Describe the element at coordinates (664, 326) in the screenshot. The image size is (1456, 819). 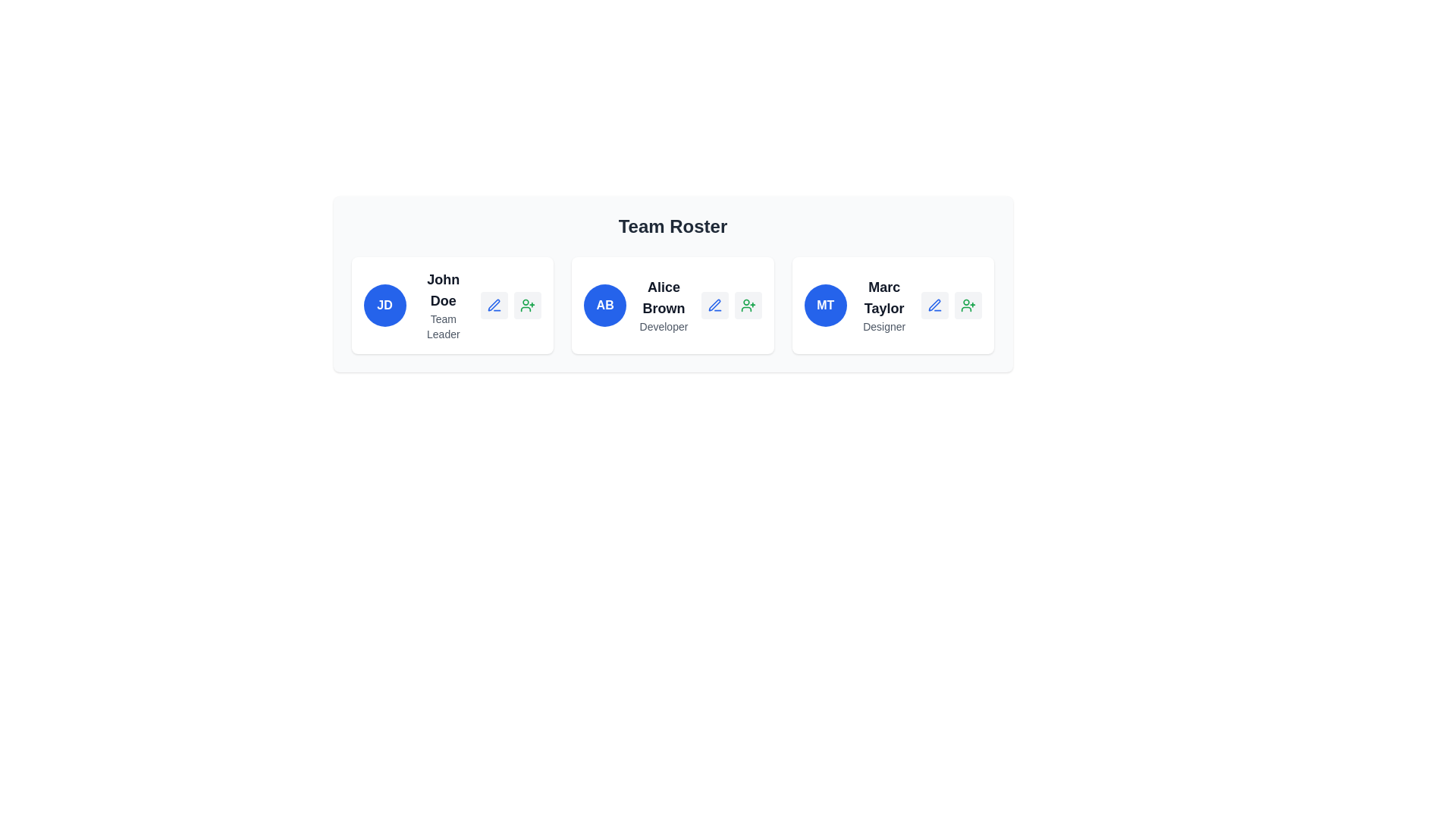
I see `the static text label reading 'Developer' that is styled with a light gray font and located below the bold 'Alice Brown' text in the central profile card` at that location.